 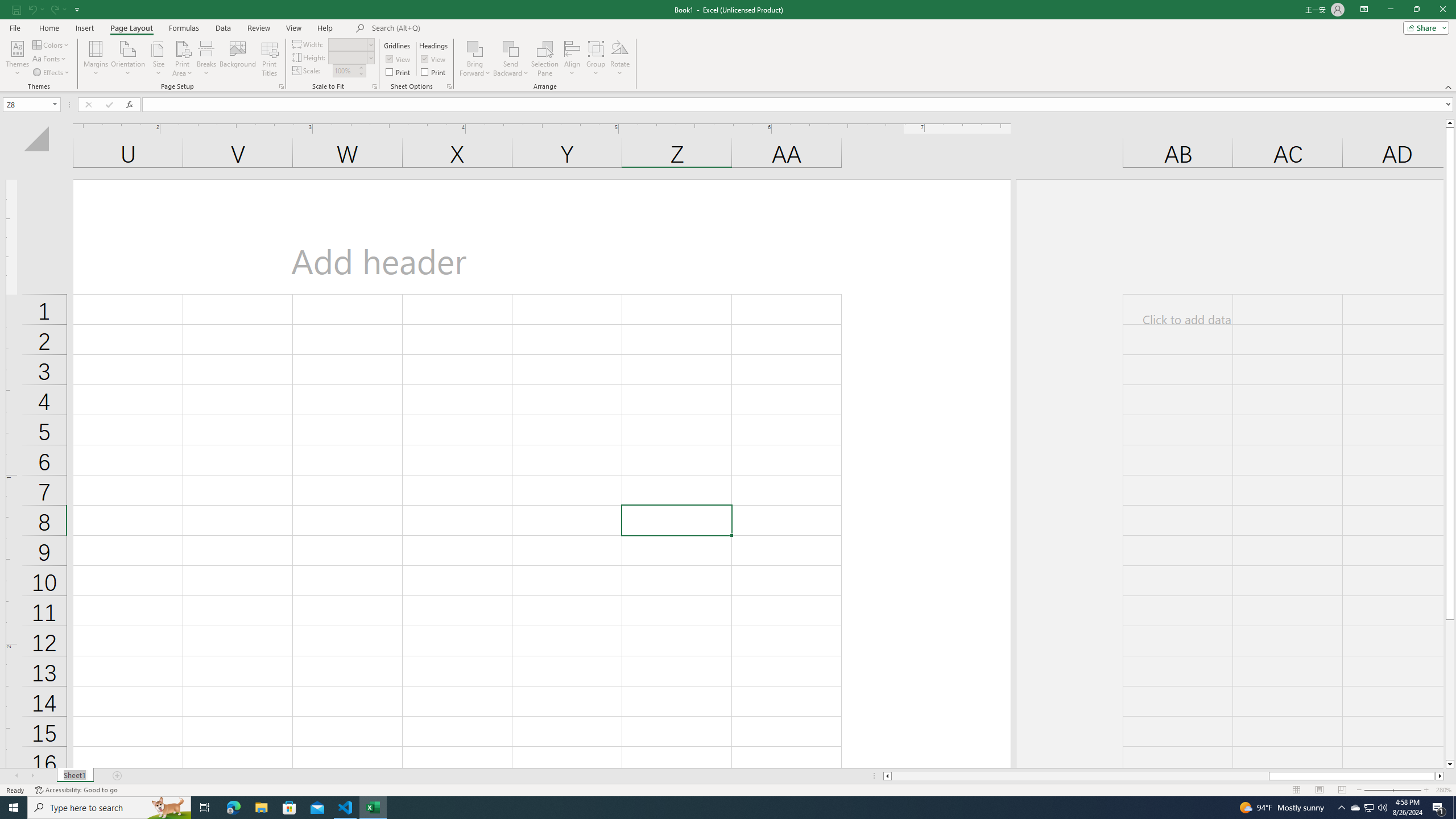 I want to click on 'Height', so click(x=348, y=57).